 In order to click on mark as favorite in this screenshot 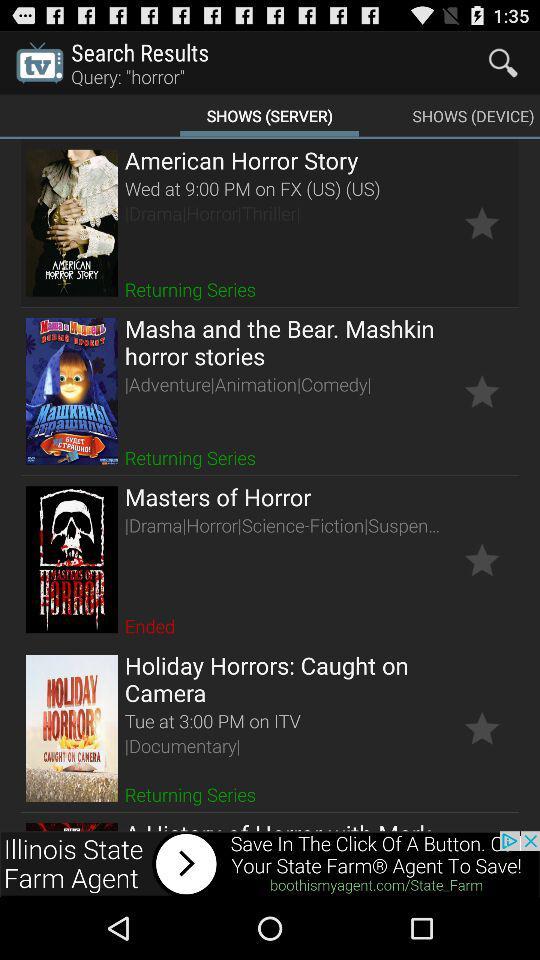, I will do `click(481, 390)`.